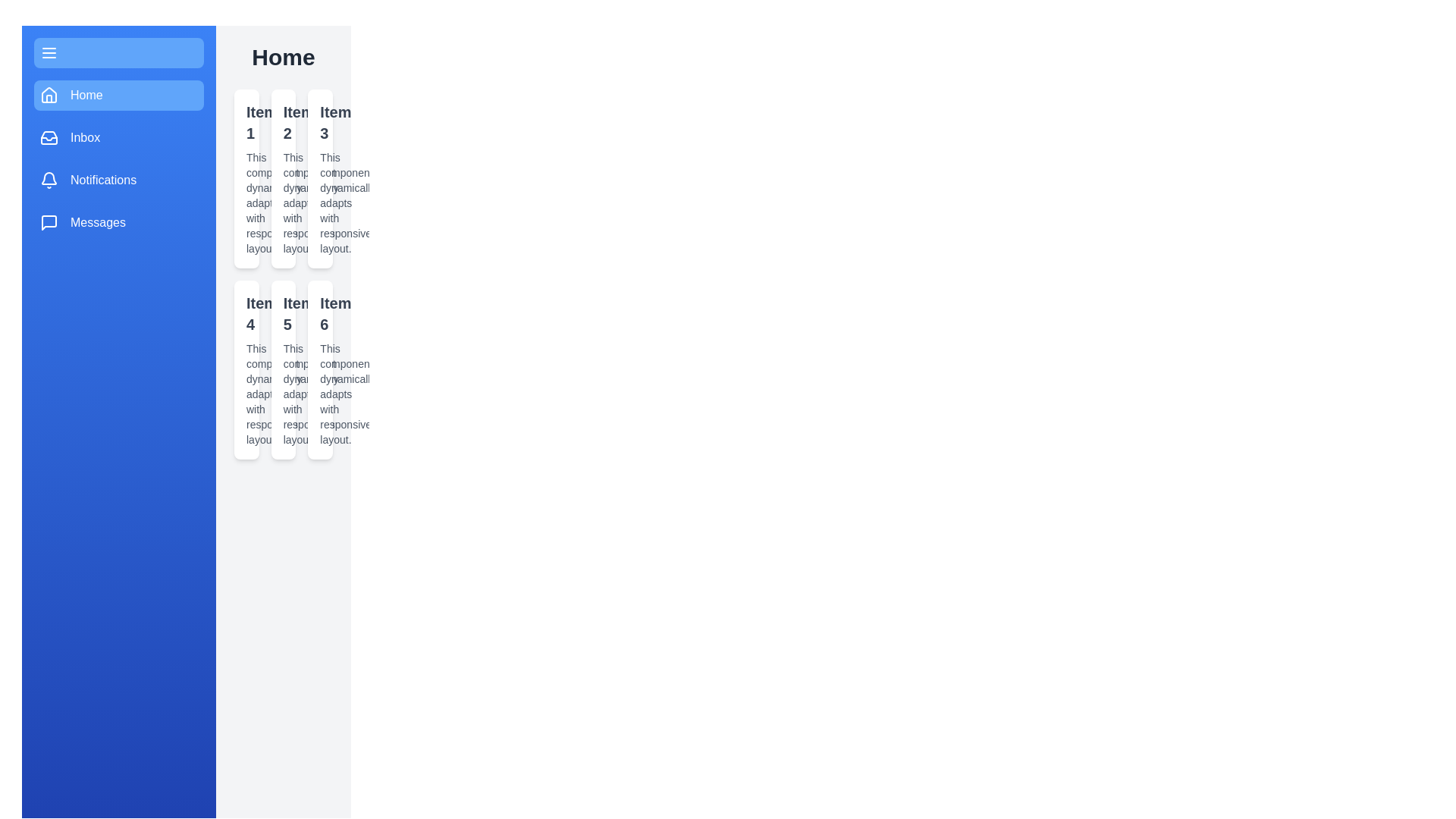  What do you see at coordinates (118, 222) in the screenshot?
I see `the 'Messages' navigation menu item, which features a speech bubble icon and white text on a blue background` at bounding box center [118, 222].